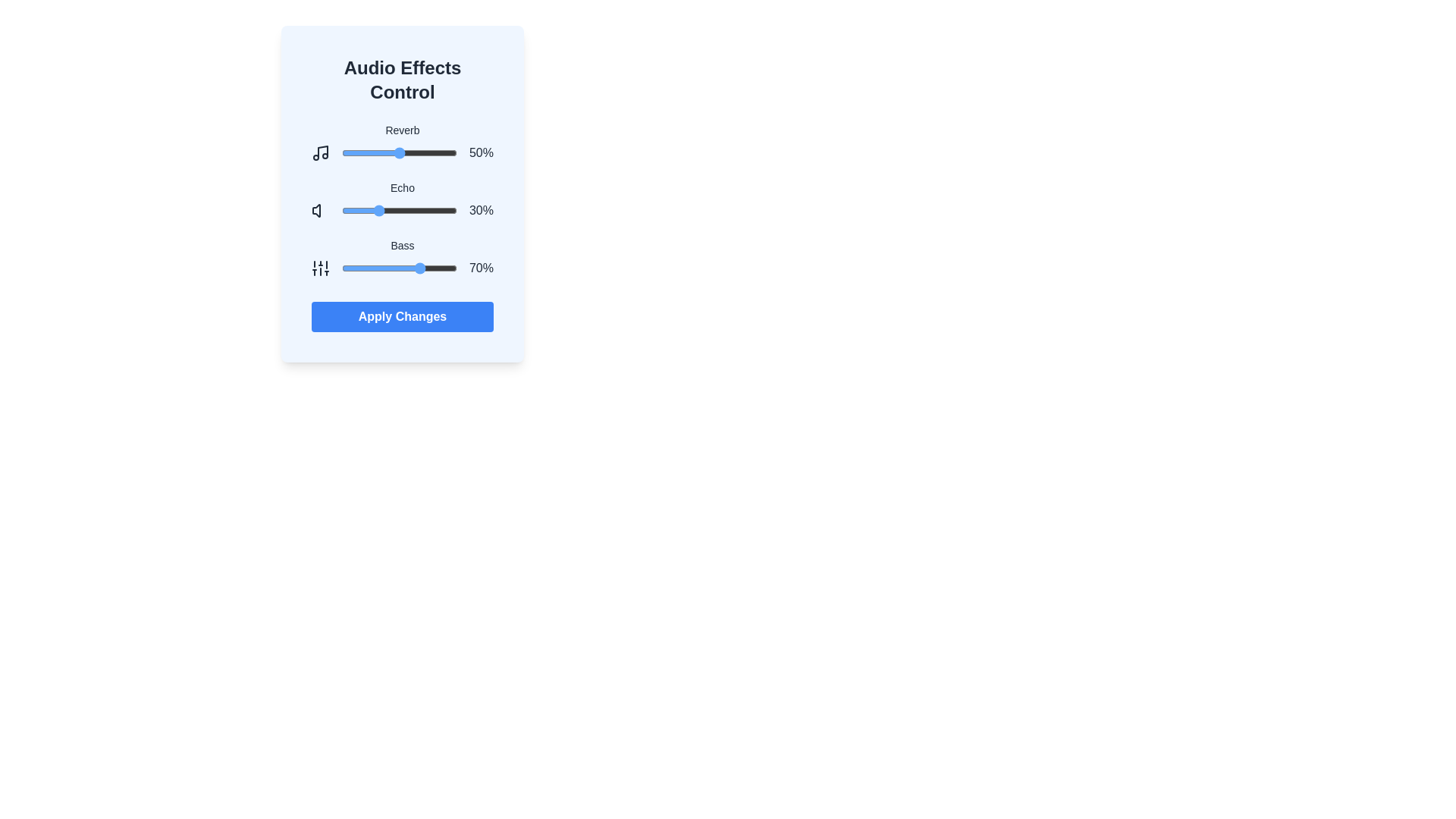  Describe the element at coordinates (428, 268) in the screenshot. I see `bass` at that location.